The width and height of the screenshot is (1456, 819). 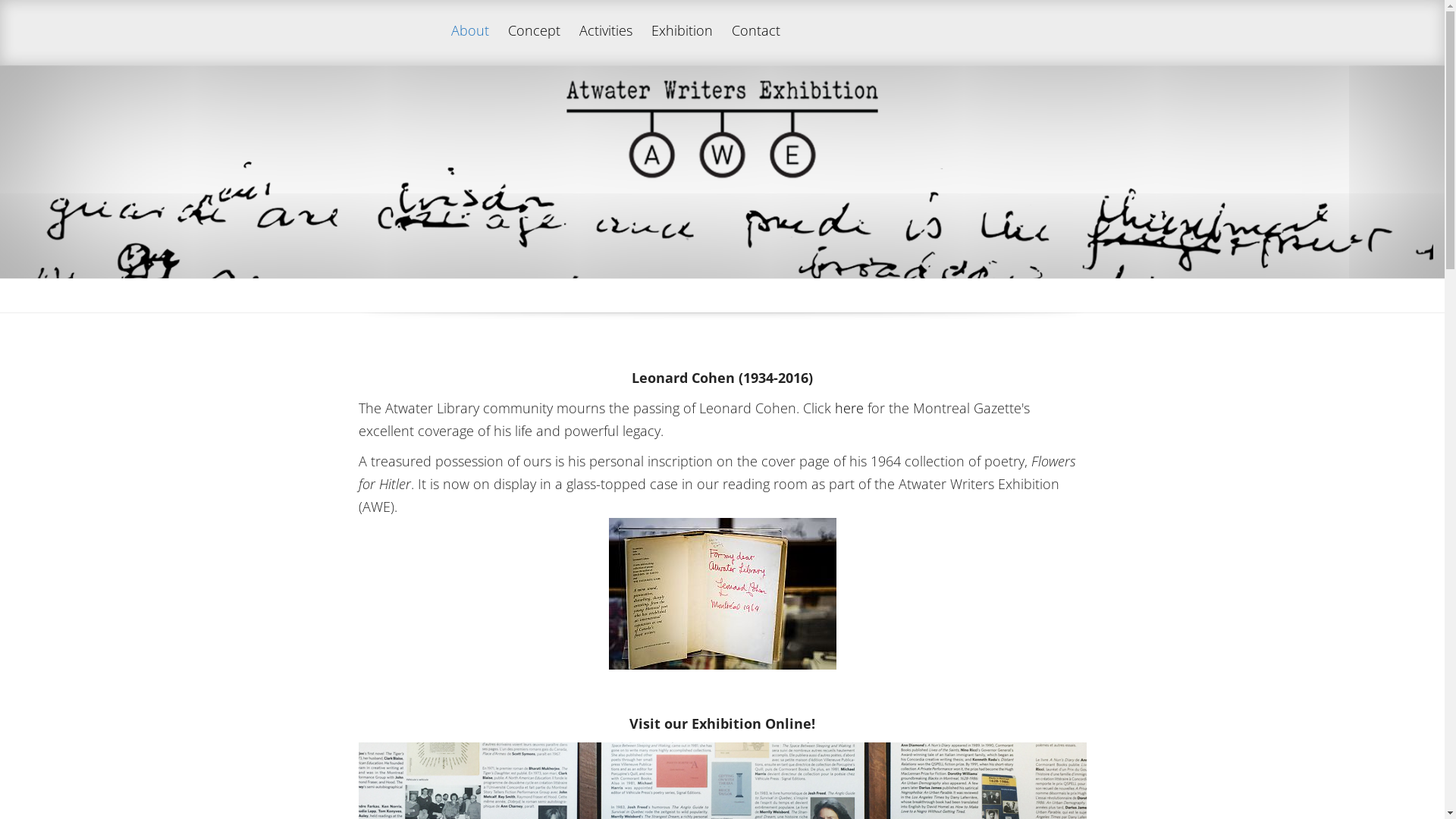 What do you see at coordinates (604, 43) in the screenshot?
I see `'Activities'` at bounding box center [604, 43].